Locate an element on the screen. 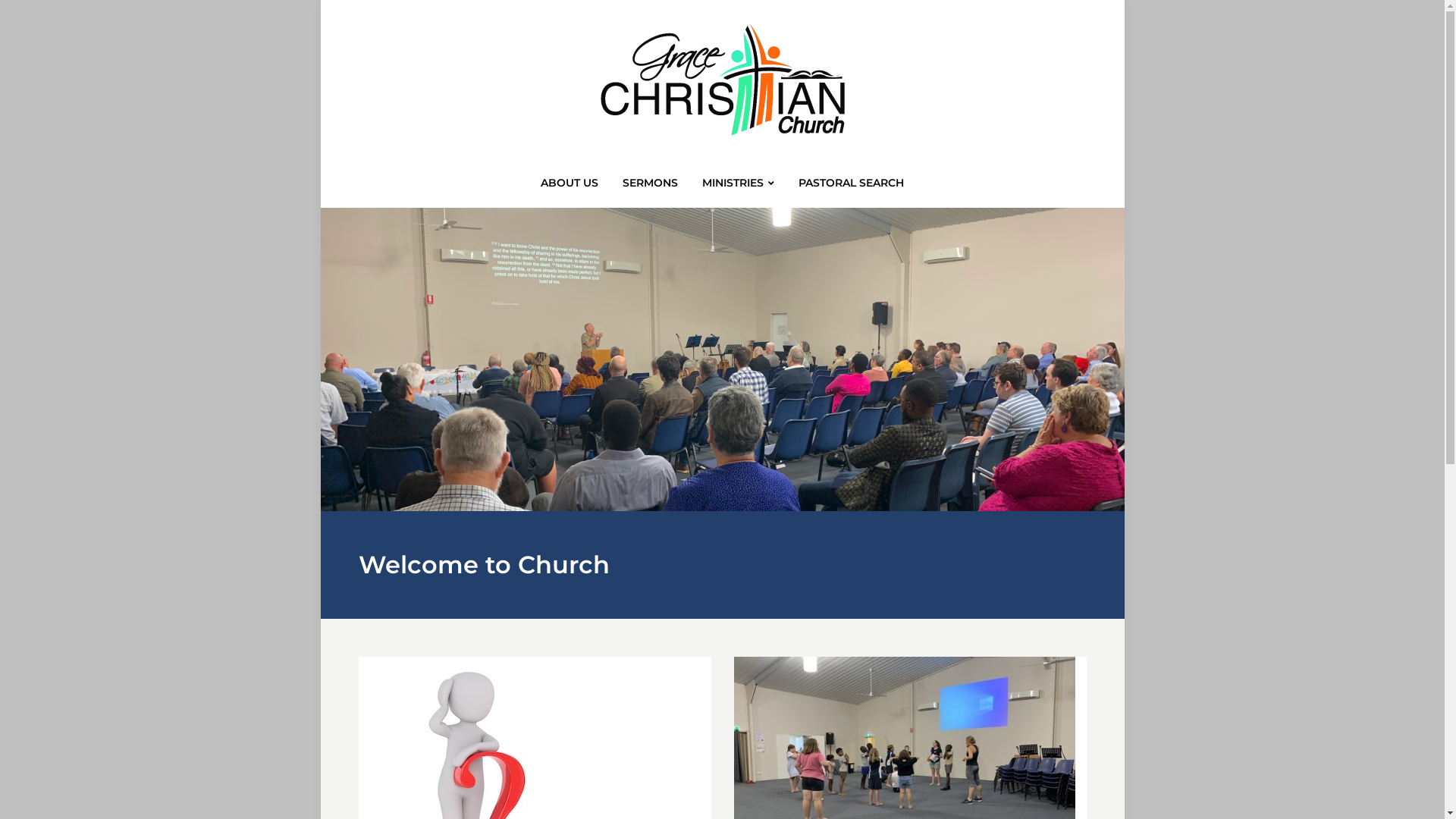  'MINISTRIES' is located at coordinates (738, 187).